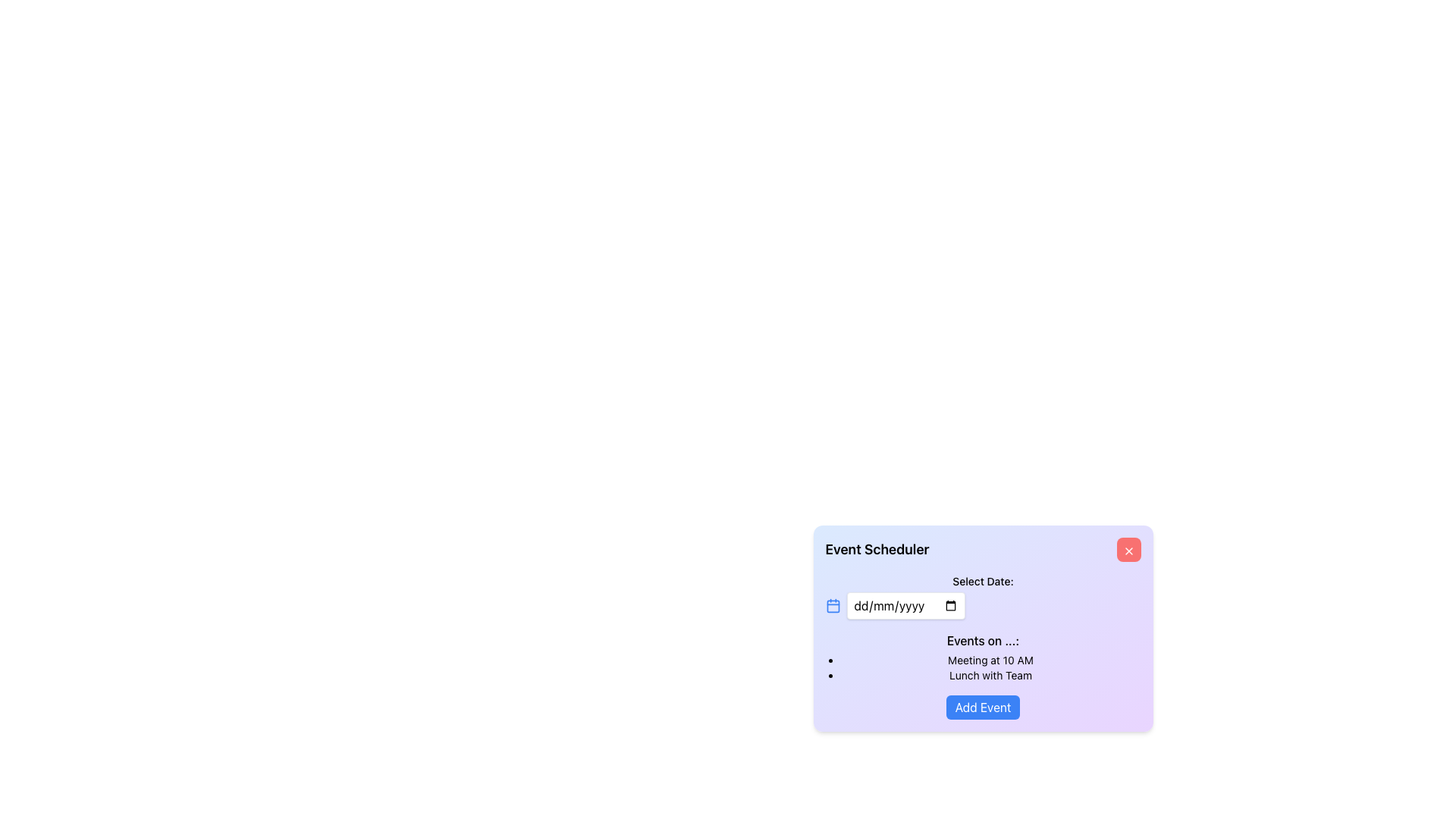  Describe the element at coordinates (905, 604) in the screenshot. I see `the Date Input Field located to the right of the calendar icon in the Event Scheduler interface` at that location.